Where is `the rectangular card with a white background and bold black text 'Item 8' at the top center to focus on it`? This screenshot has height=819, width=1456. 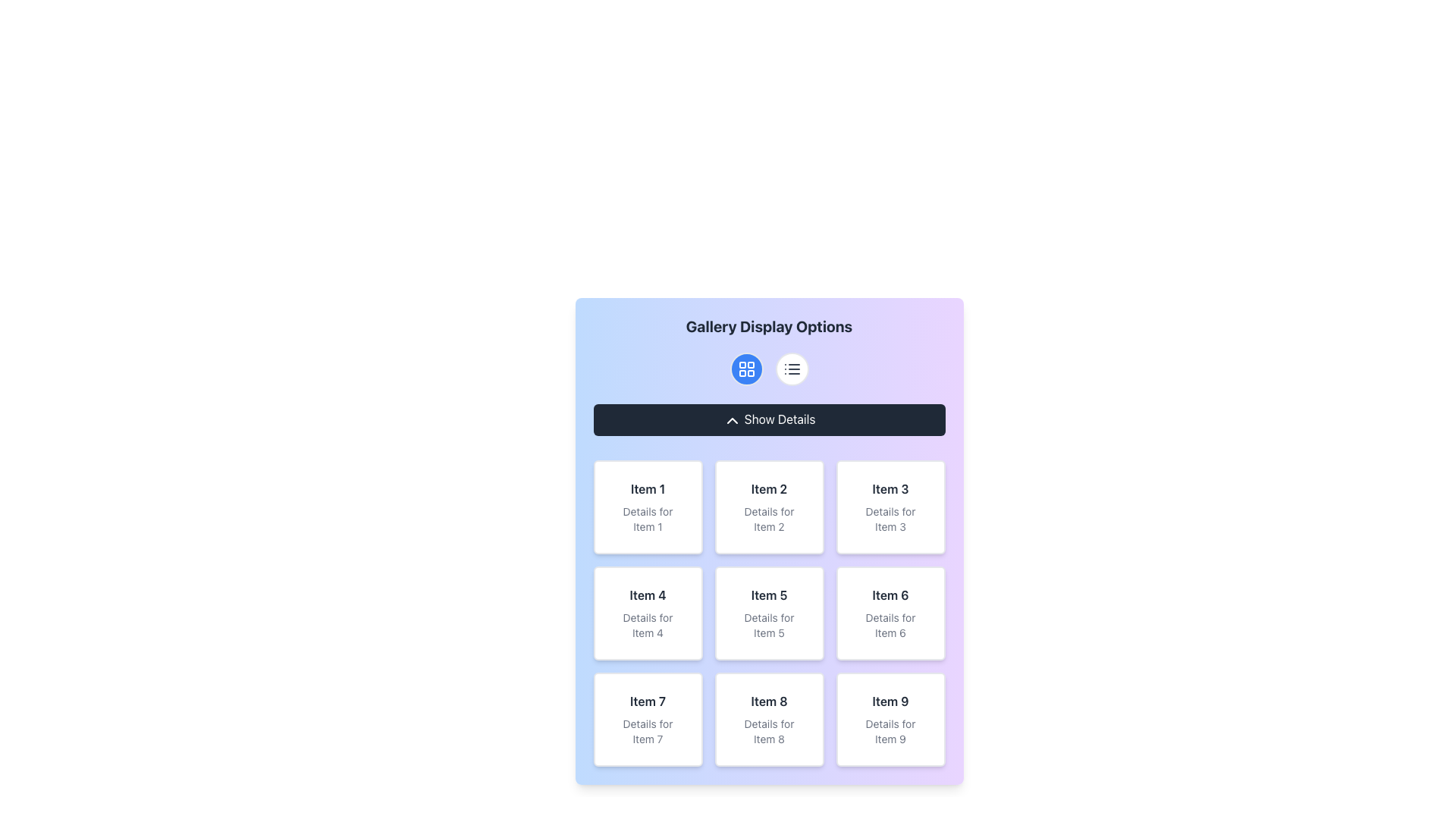
the rectangular card with a white background and bold black text 'Item 8' at the top center to focus on it is located at coordinates (769, 718).